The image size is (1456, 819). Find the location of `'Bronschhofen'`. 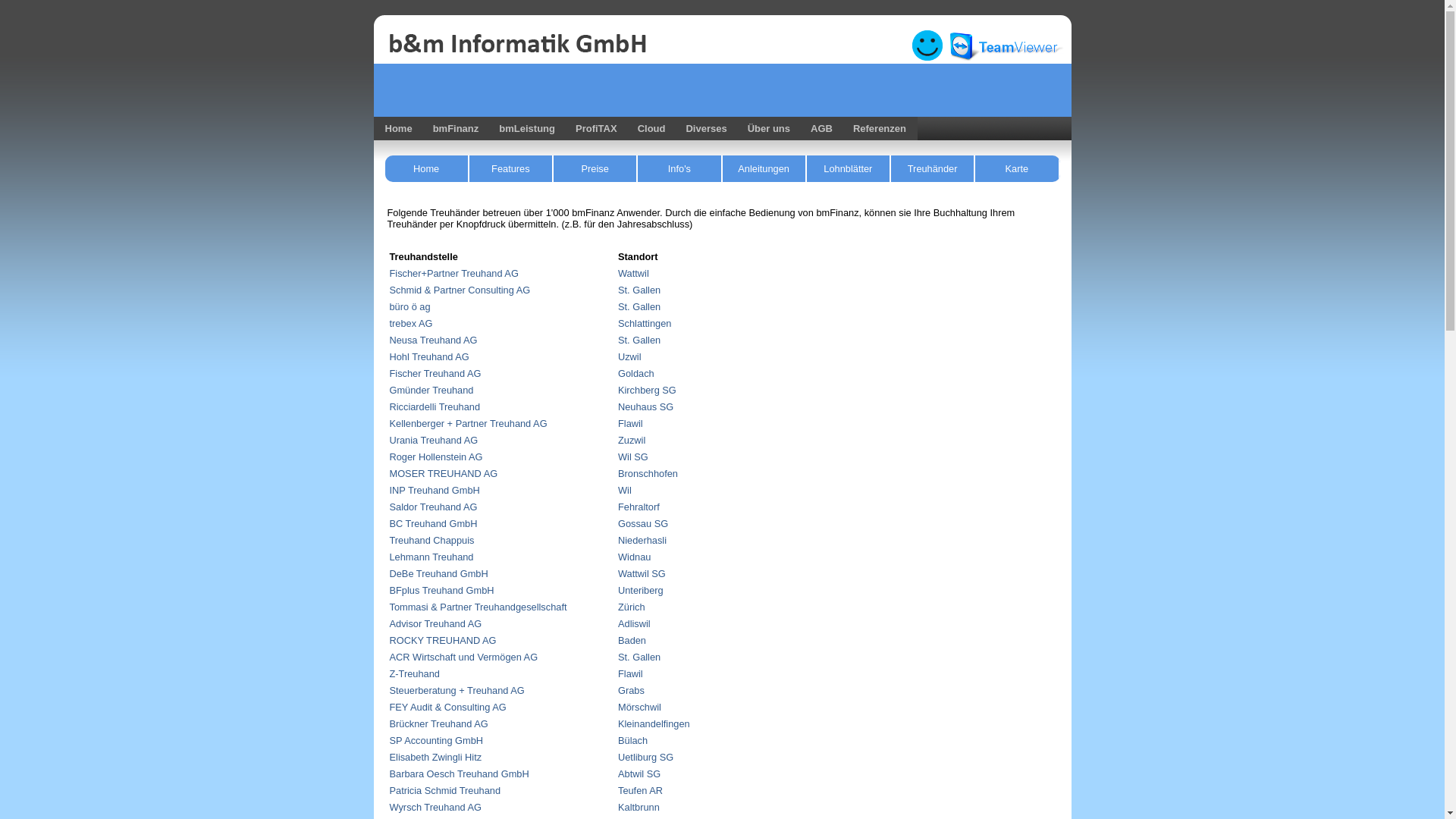

'Bronschhofen' is located at coordinates (648, 472).